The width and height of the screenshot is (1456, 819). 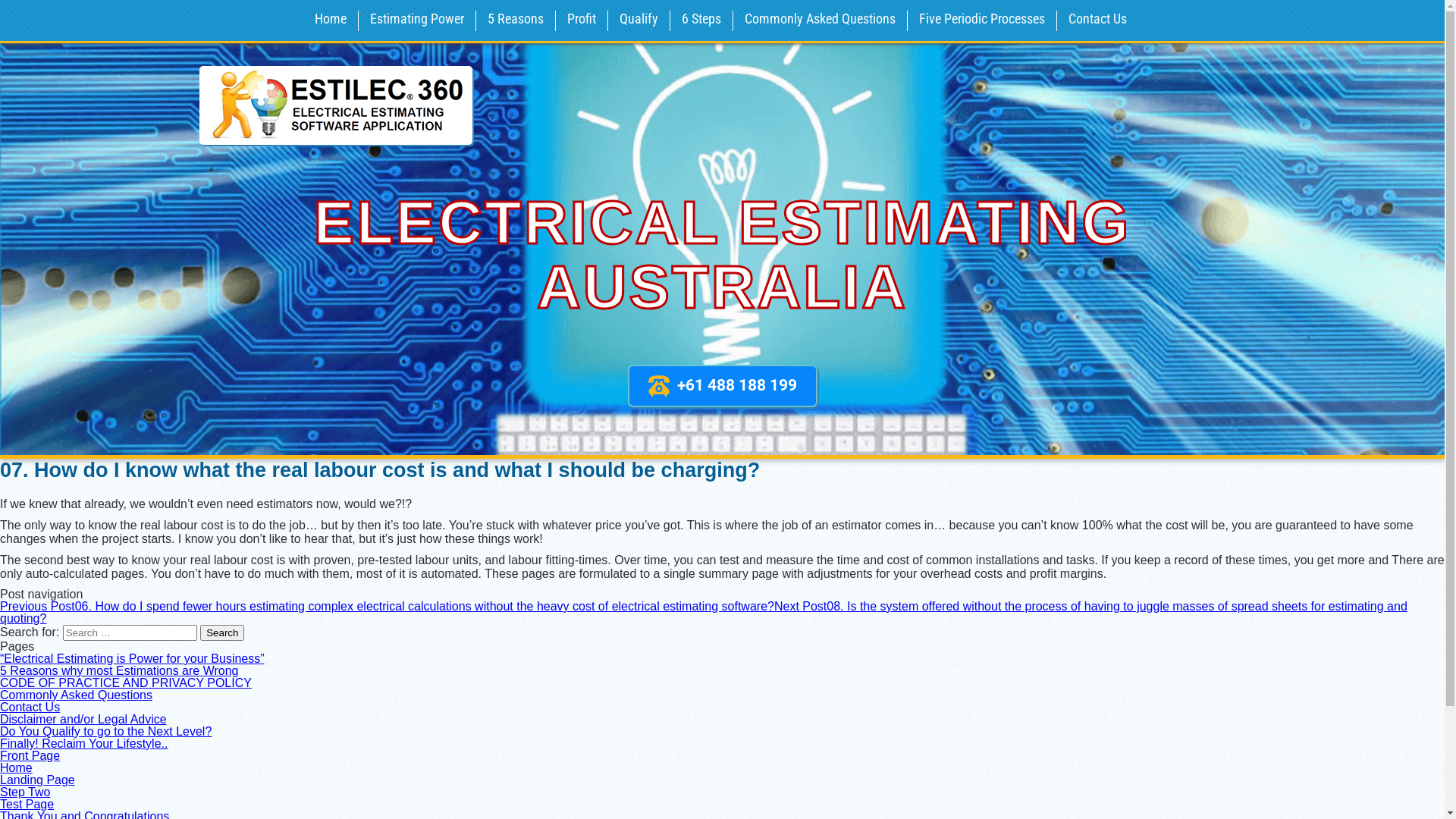 I want to click on 'Search', so click(x=221, y=632).